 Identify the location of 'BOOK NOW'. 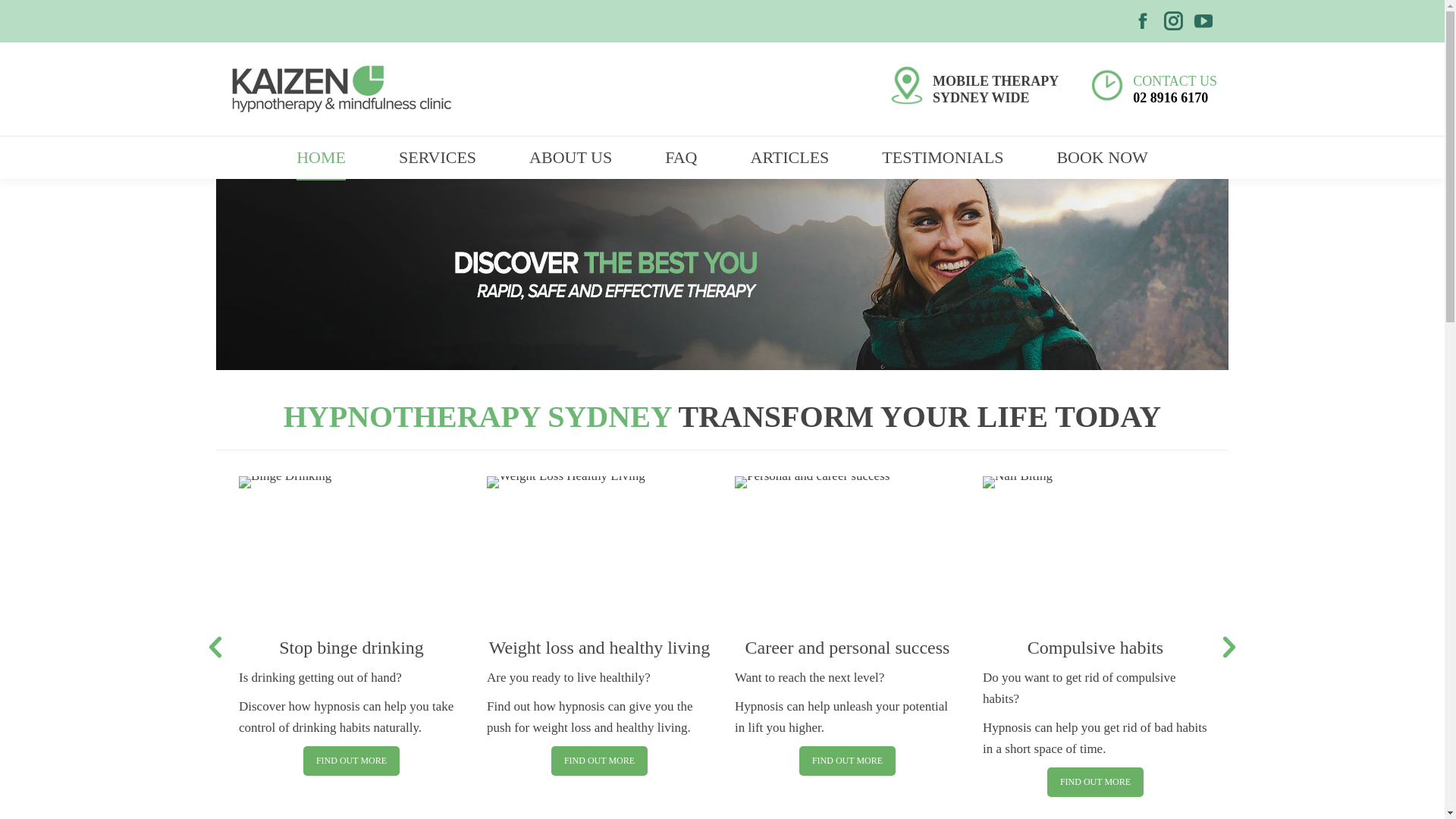
(1102, 158).